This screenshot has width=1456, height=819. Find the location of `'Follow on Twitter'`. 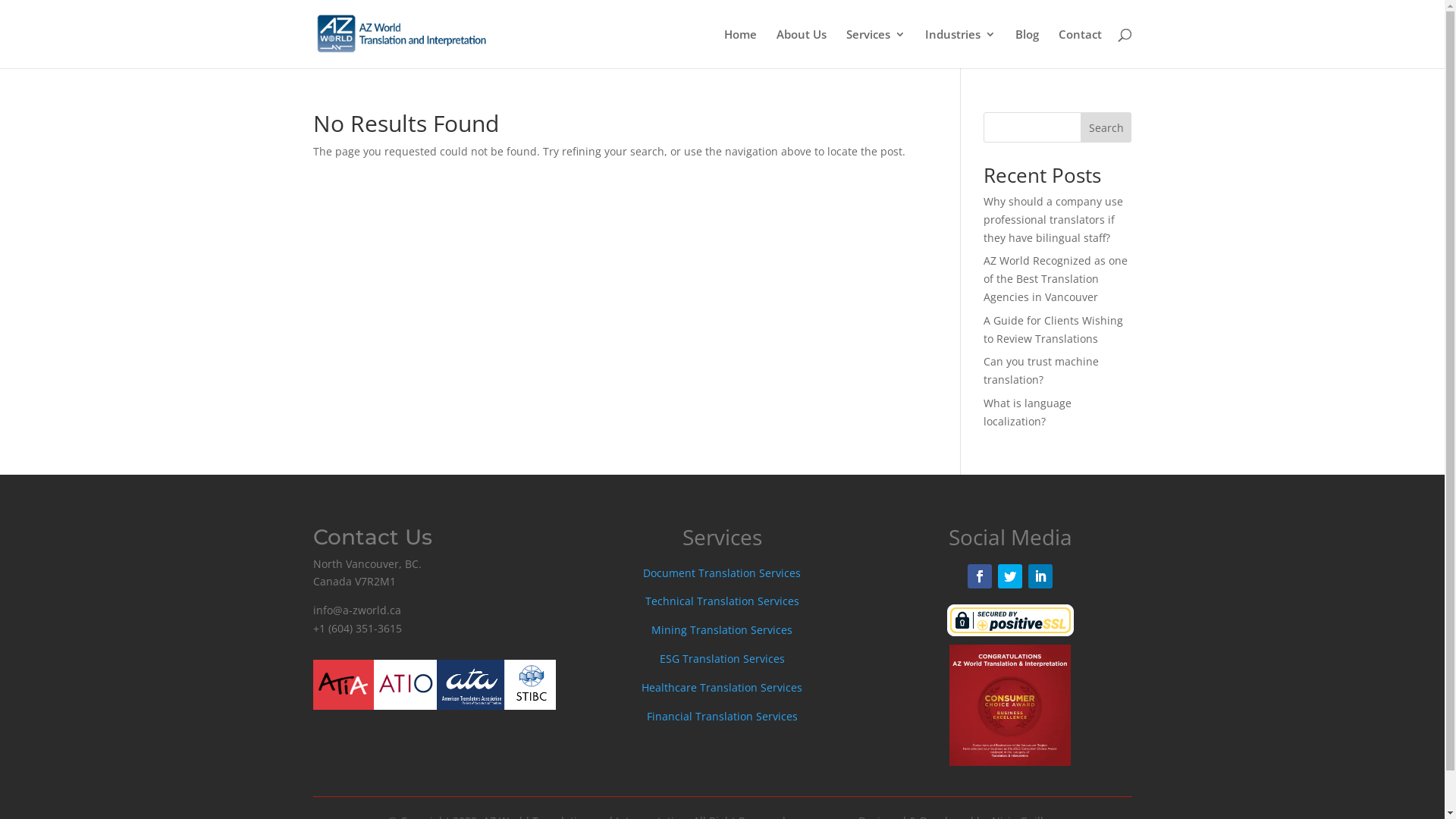

'Follow on Twitter' is located at coordinates (997, 576).